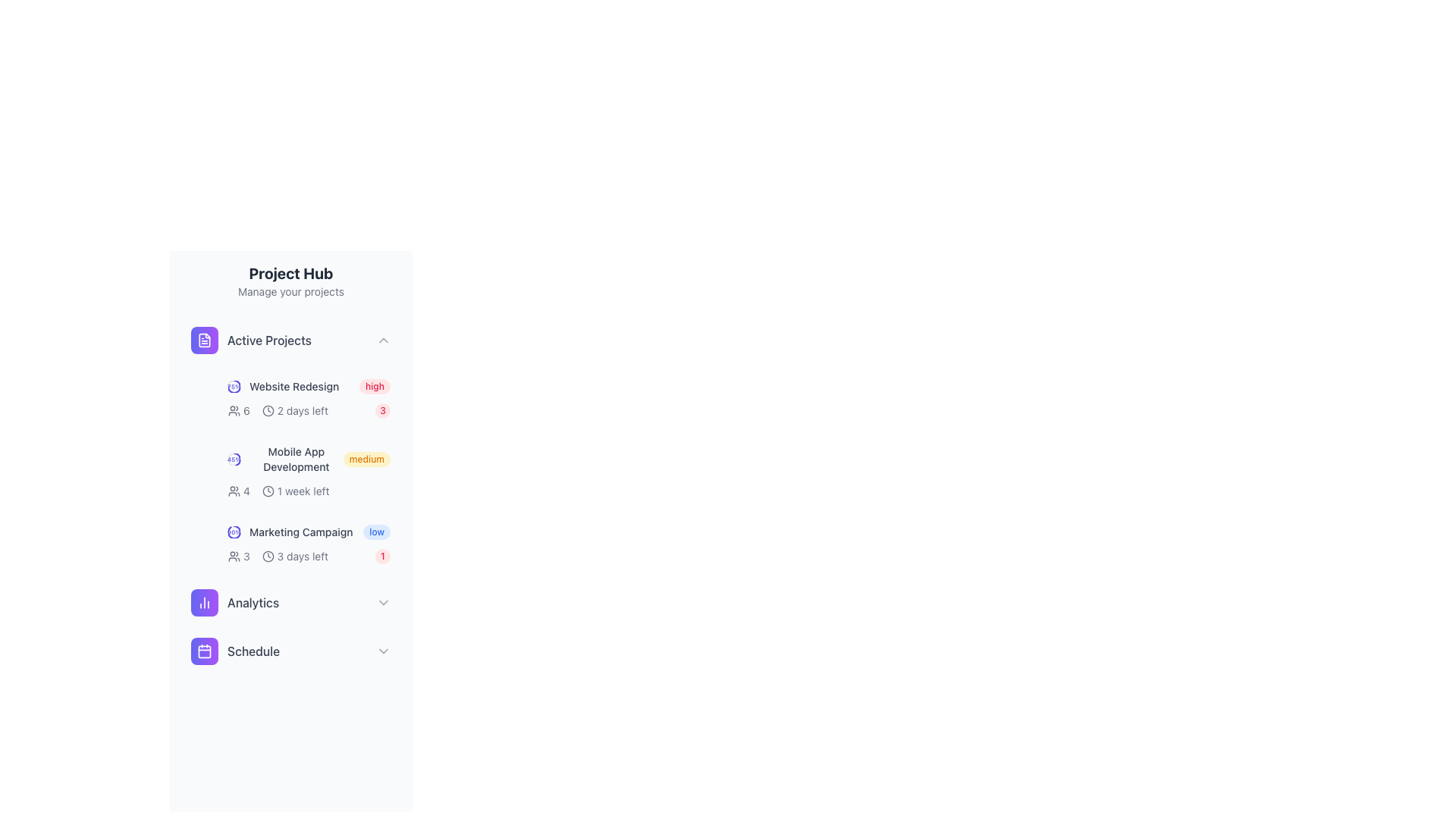  Describe the element at coordinates (238, 491) in the screenshot. I see `the numeric text '4' styled in gray, which is positioned adjacent to the user icon in the 'Mobile App Development' subsection of 'Active Projects'` at that location.